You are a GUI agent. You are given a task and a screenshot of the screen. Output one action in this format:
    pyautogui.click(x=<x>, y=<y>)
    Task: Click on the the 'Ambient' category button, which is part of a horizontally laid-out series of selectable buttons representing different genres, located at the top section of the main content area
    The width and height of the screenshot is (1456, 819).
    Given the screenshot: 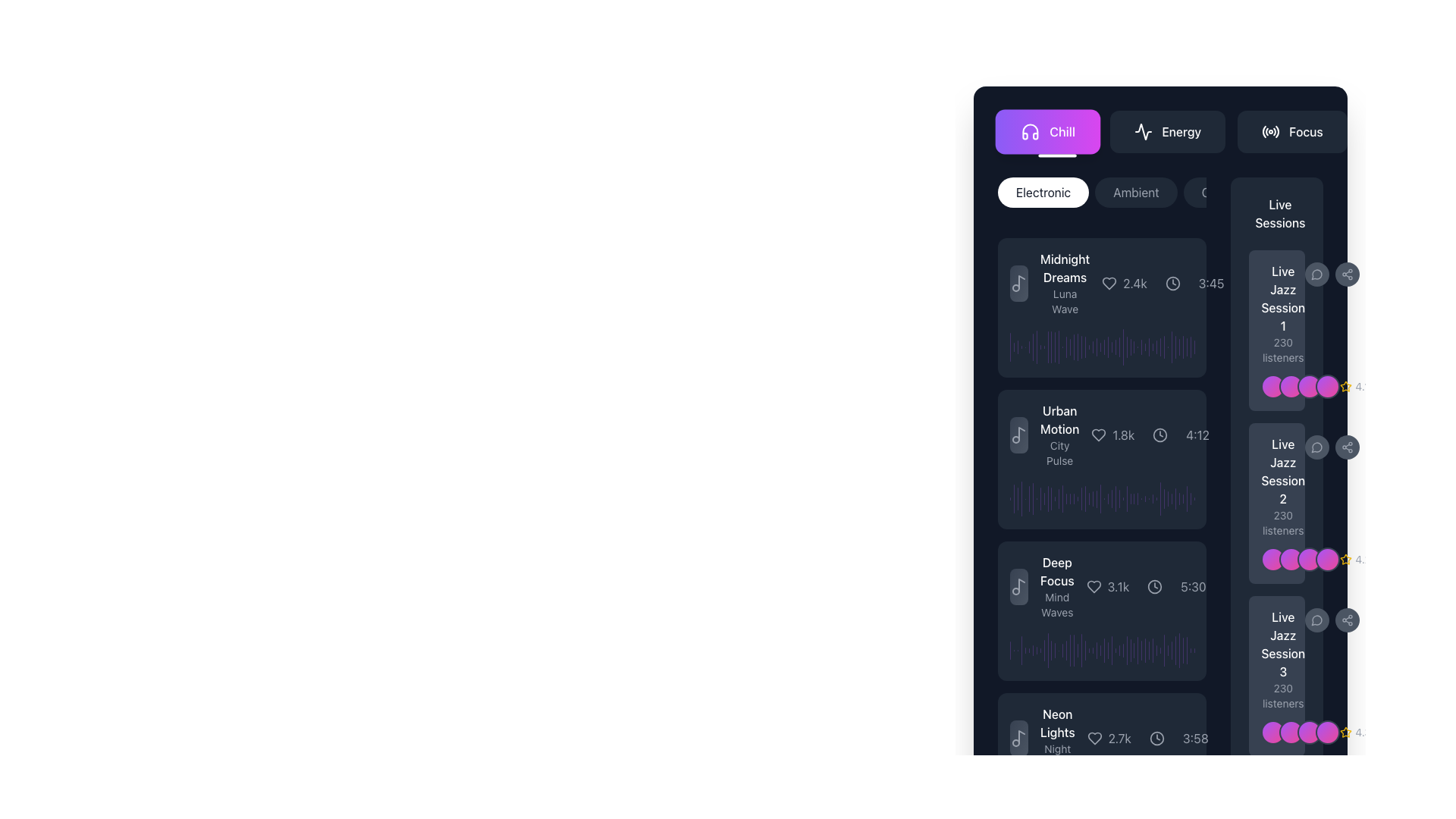 What is the action you would take?
    pyautogui.click(x=1102, y=198)
    